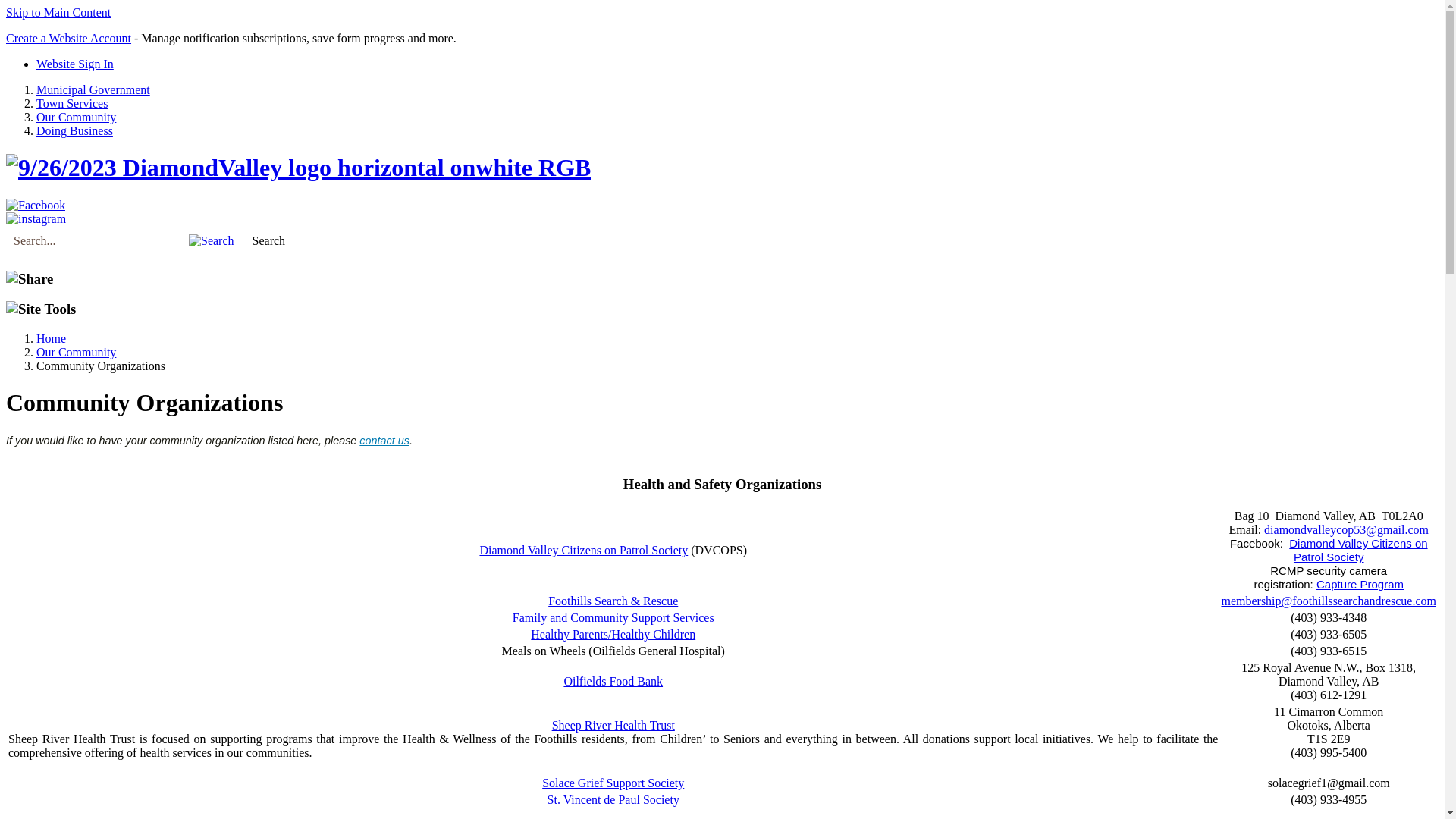 The height and width of the screenshot is (819, 1456). I want to click on 'Our Community', so click(75, 352).